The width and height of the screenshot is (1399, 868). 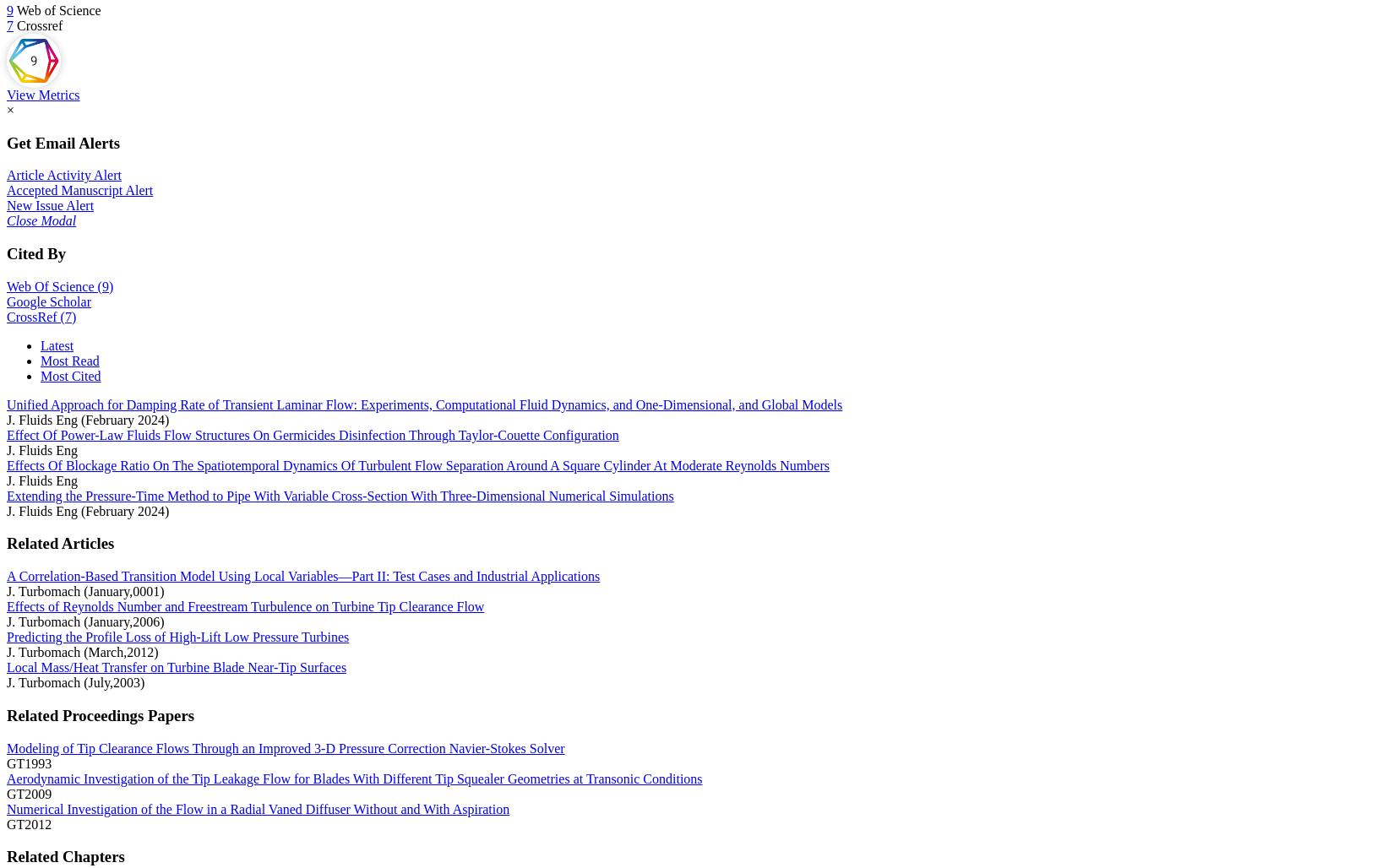 I want to click on '(March,2012)', so click(x=83, y=652).